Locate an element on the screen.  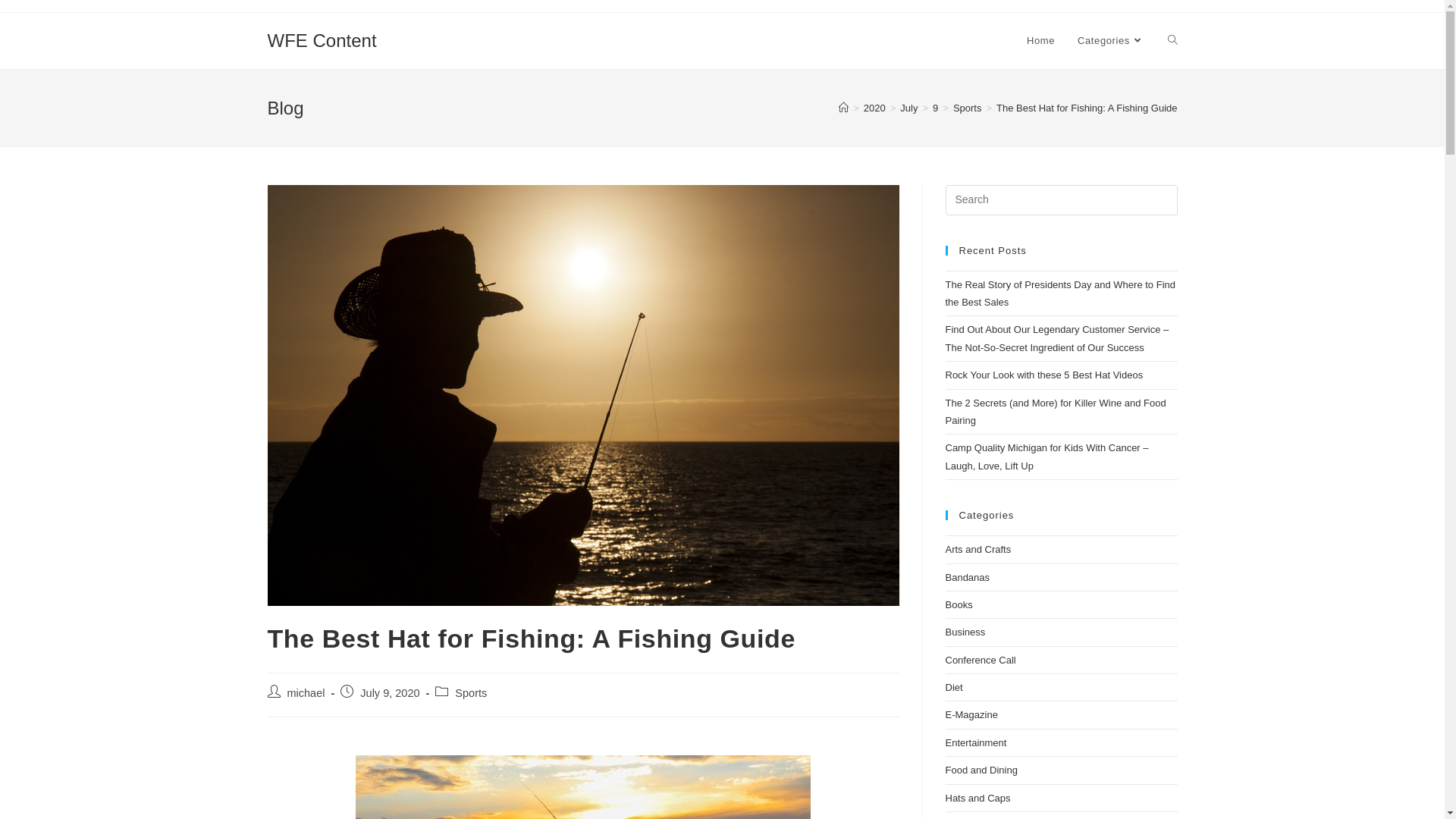
'Home' is located at coordinates (1040, 40).